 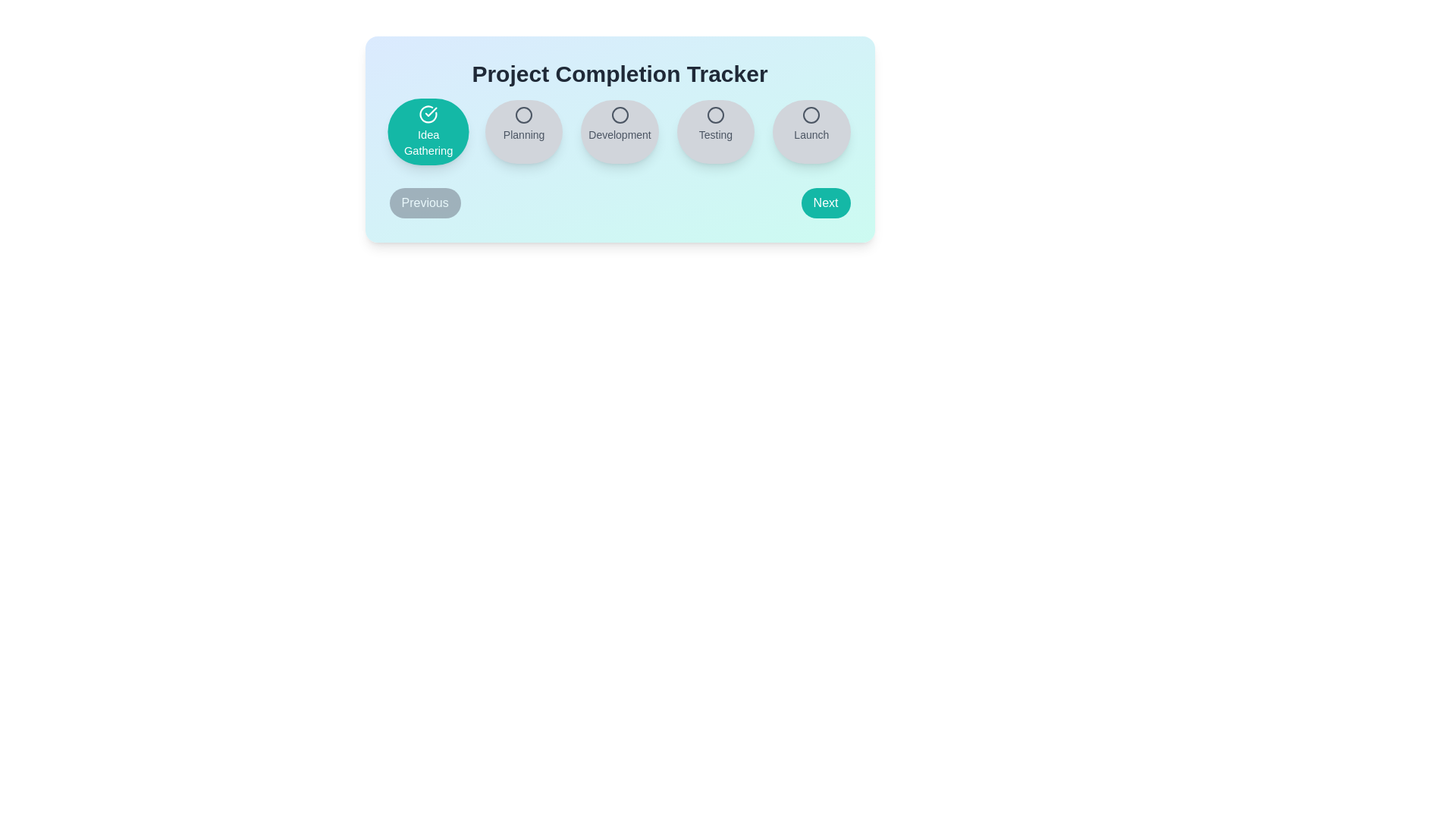 I want to click on the circular 'Planning' button with a light gray background and dark gray text, so click(x=524, y=130).